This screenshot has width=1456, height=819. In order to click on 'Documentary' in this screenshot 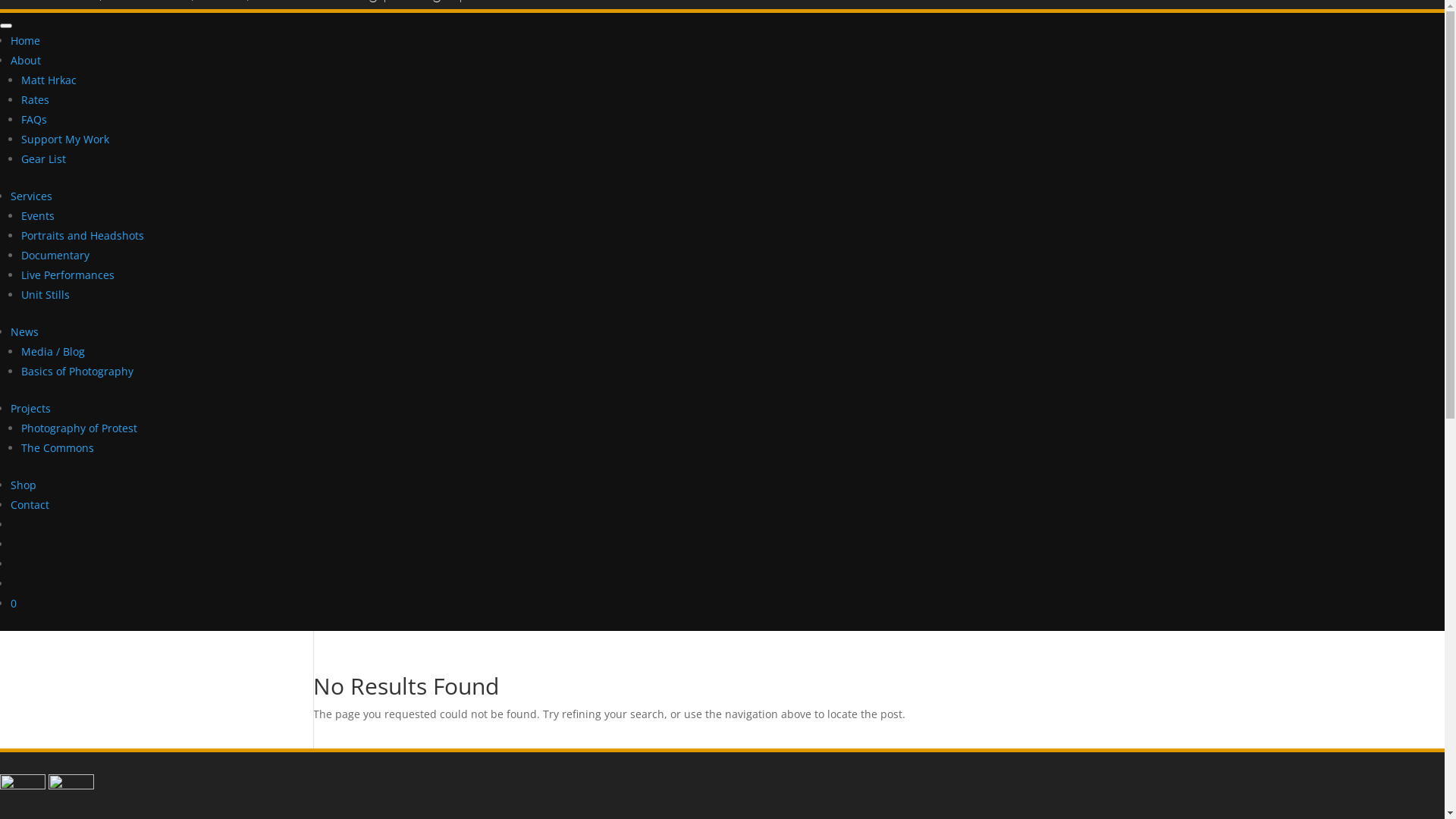, I will do `click(55, 254)`.